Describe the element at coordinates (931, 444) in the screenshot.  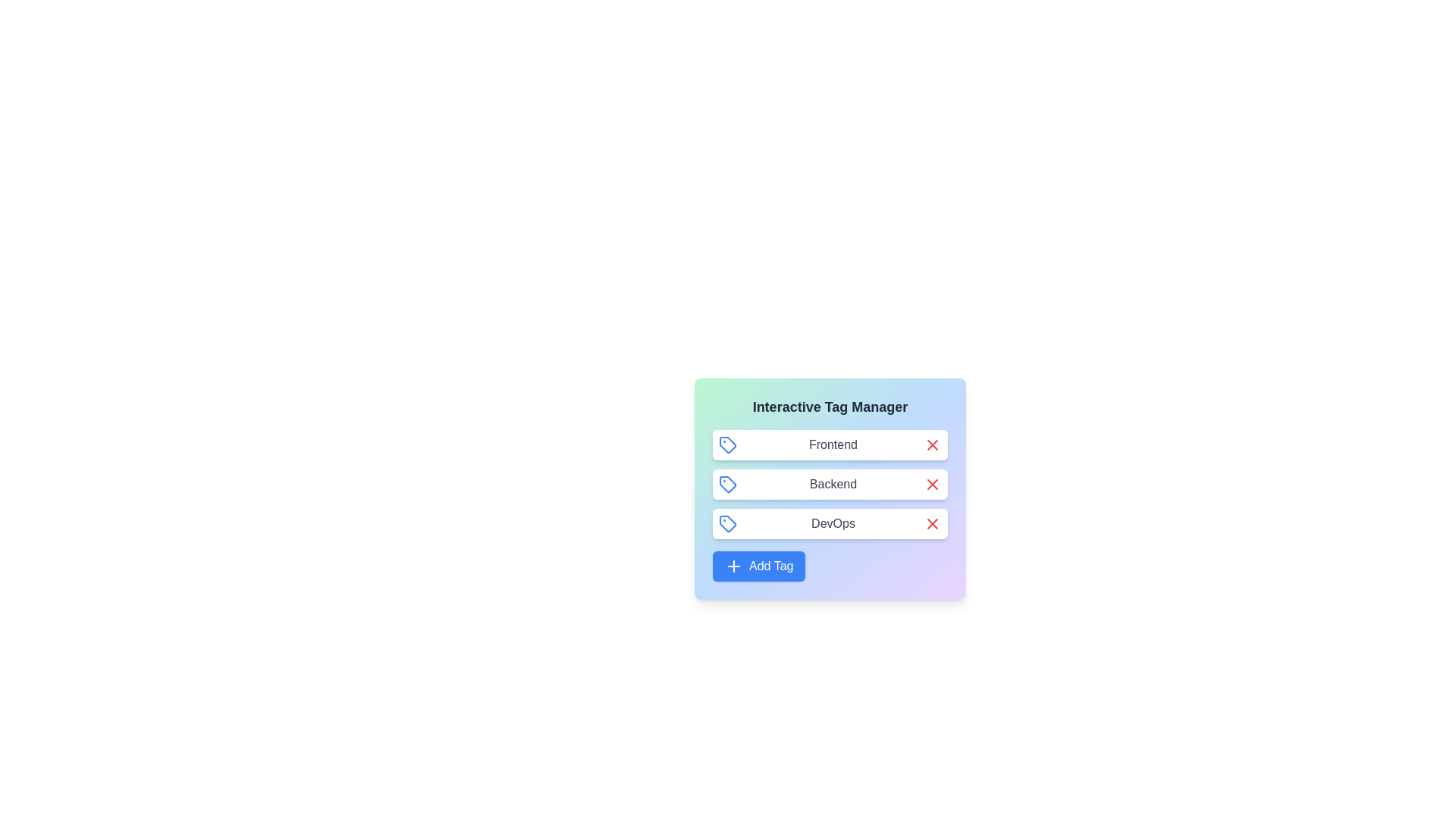
I see `'X' button of the tag labeled Frontend to remove it` at that location.